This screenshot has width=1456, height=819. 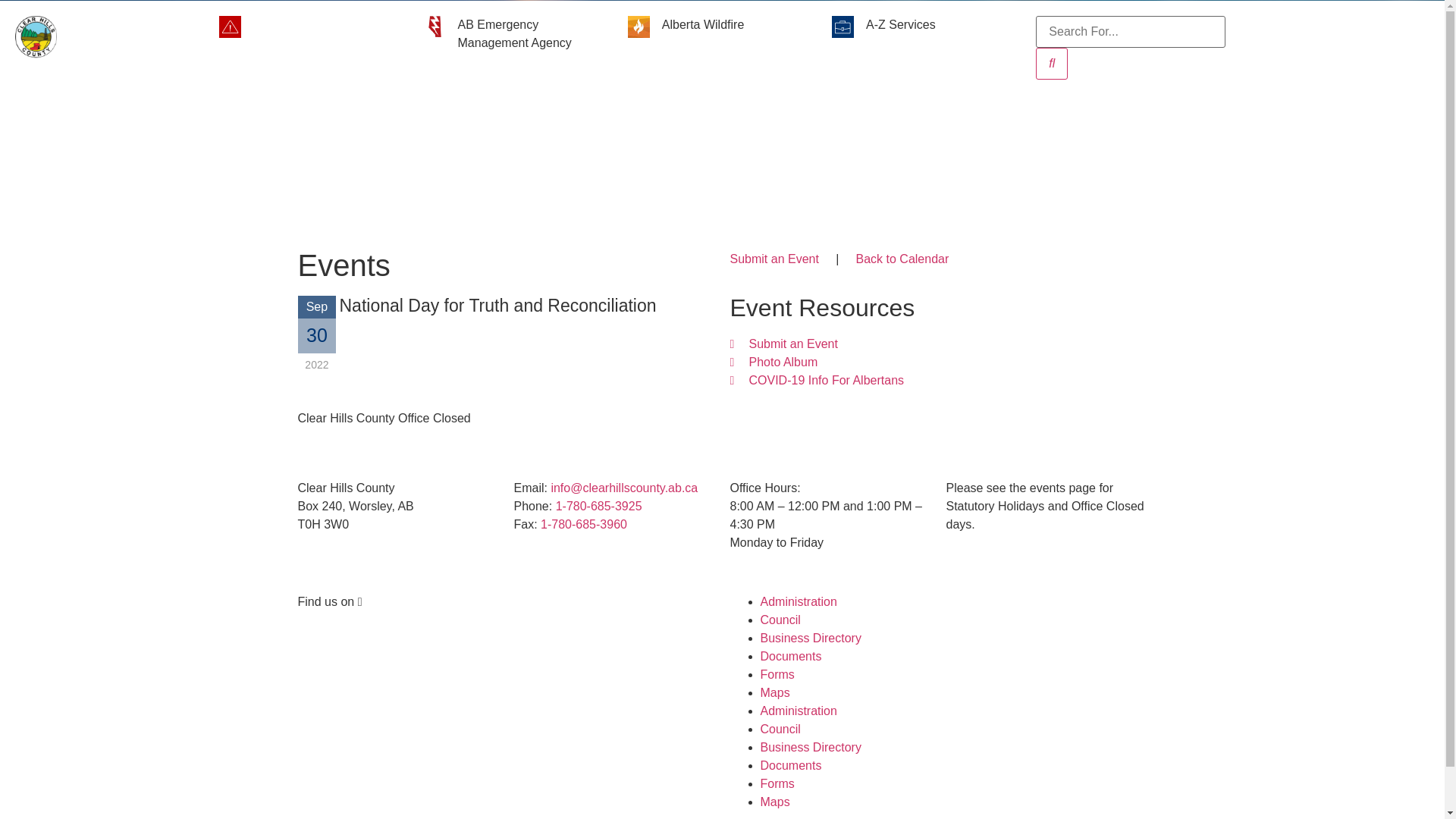 What do you see at coordinates (760, 728) in the screenshot?
I see `'Council'` at bounding box center [760, 728].